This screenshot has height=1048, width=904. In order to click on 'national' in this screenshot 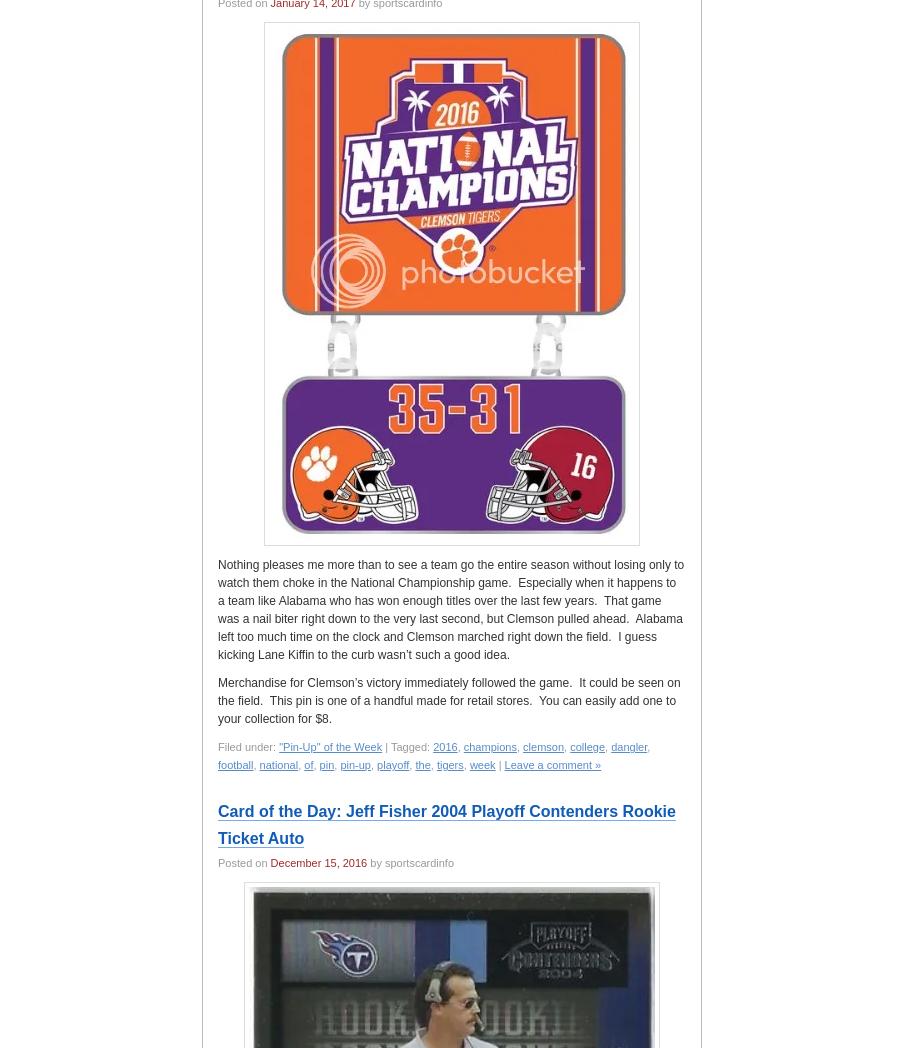, I will do `click(277, 765)`.